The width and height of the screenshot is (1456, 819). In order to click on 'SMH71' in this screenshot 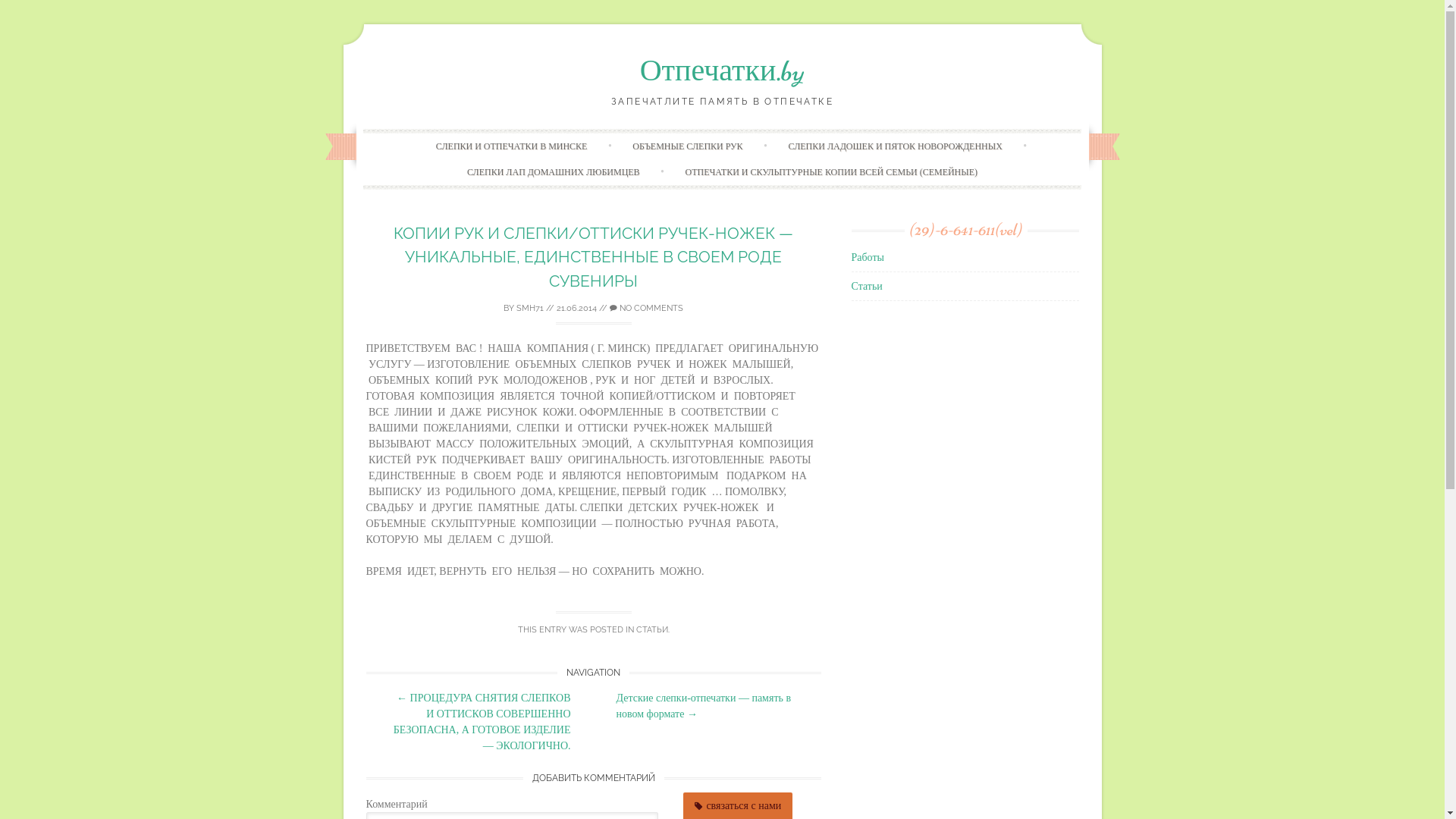, I will do `click(530, 307)`.